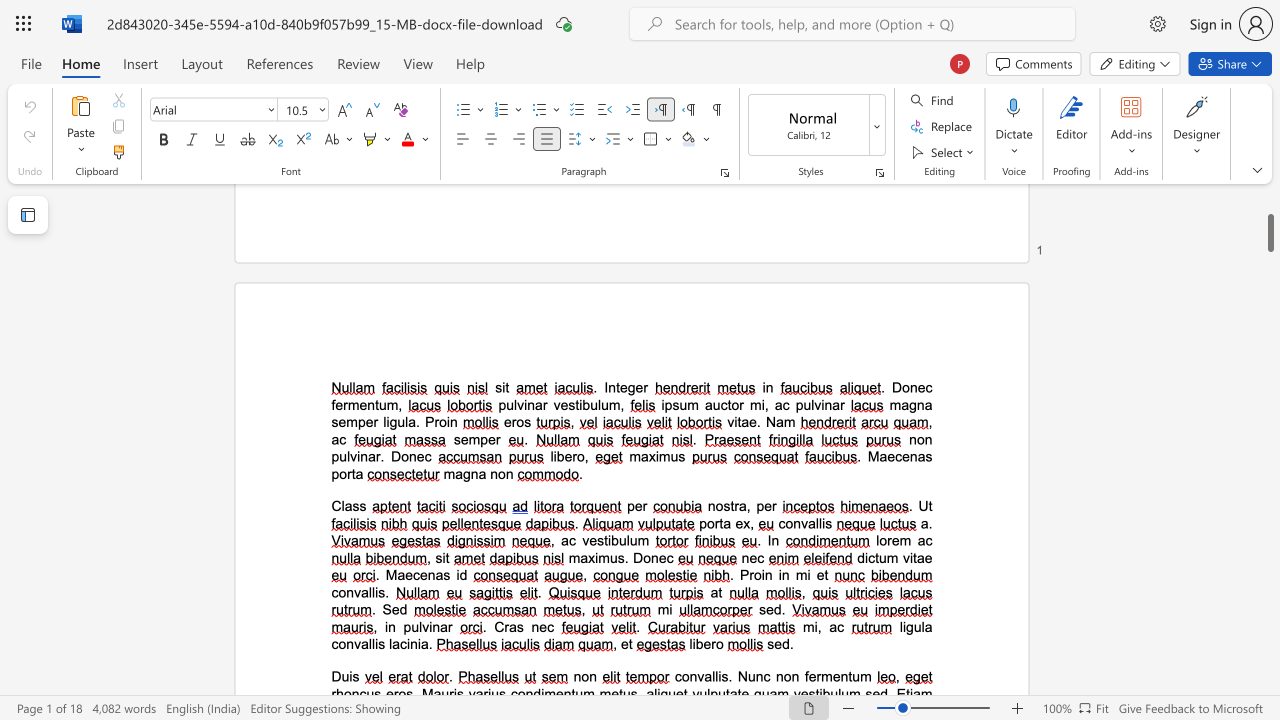  Describe the element at coordinates (801, 575) in the screenshot. I see `the 1th character "m" in the text` at that location.